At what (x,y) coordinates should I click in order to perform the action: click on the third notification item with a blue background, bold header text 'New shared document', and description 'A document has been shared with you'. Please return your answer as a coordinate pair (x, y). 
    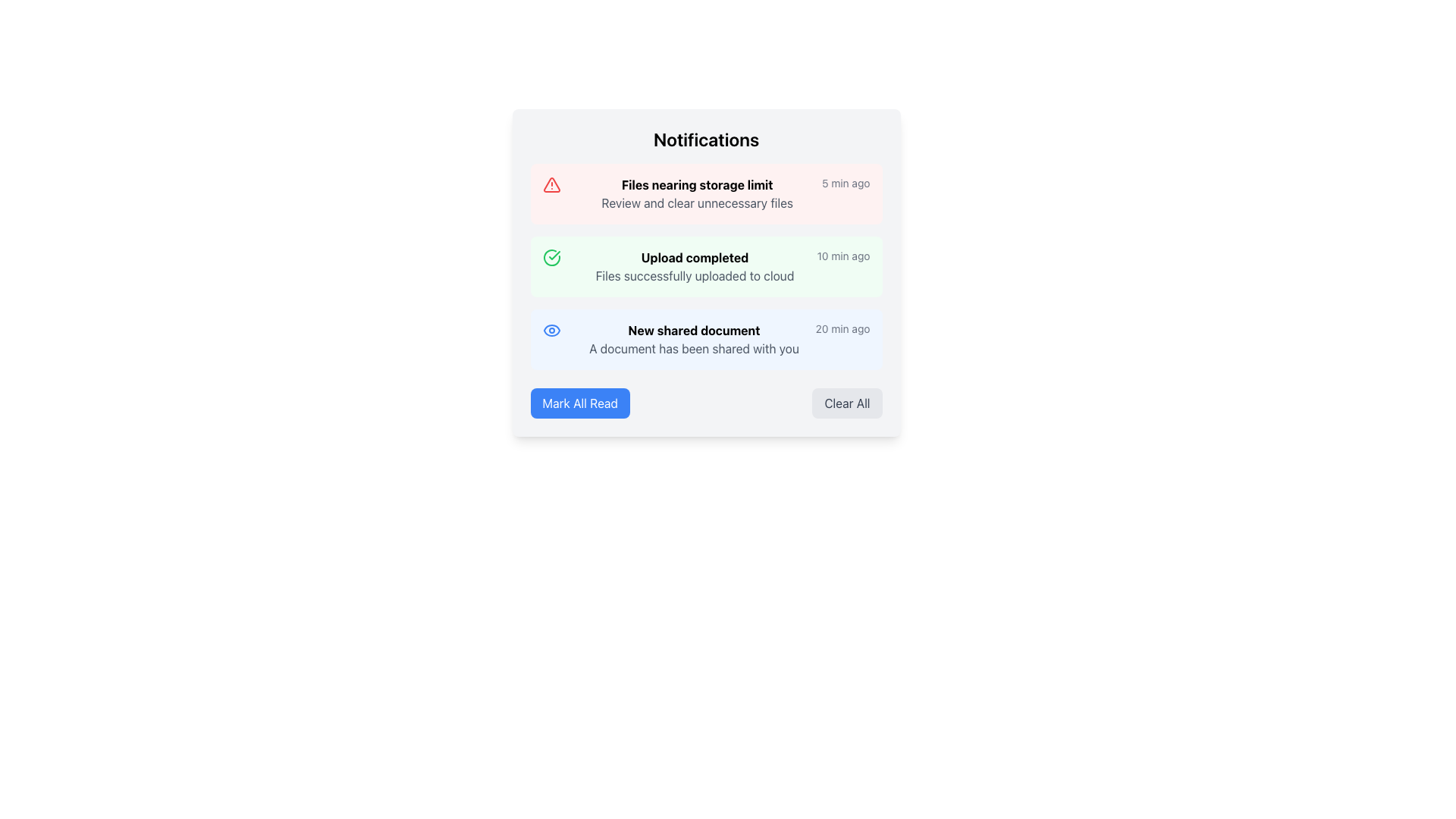
    Looking at the image, I should click on (705, 338).